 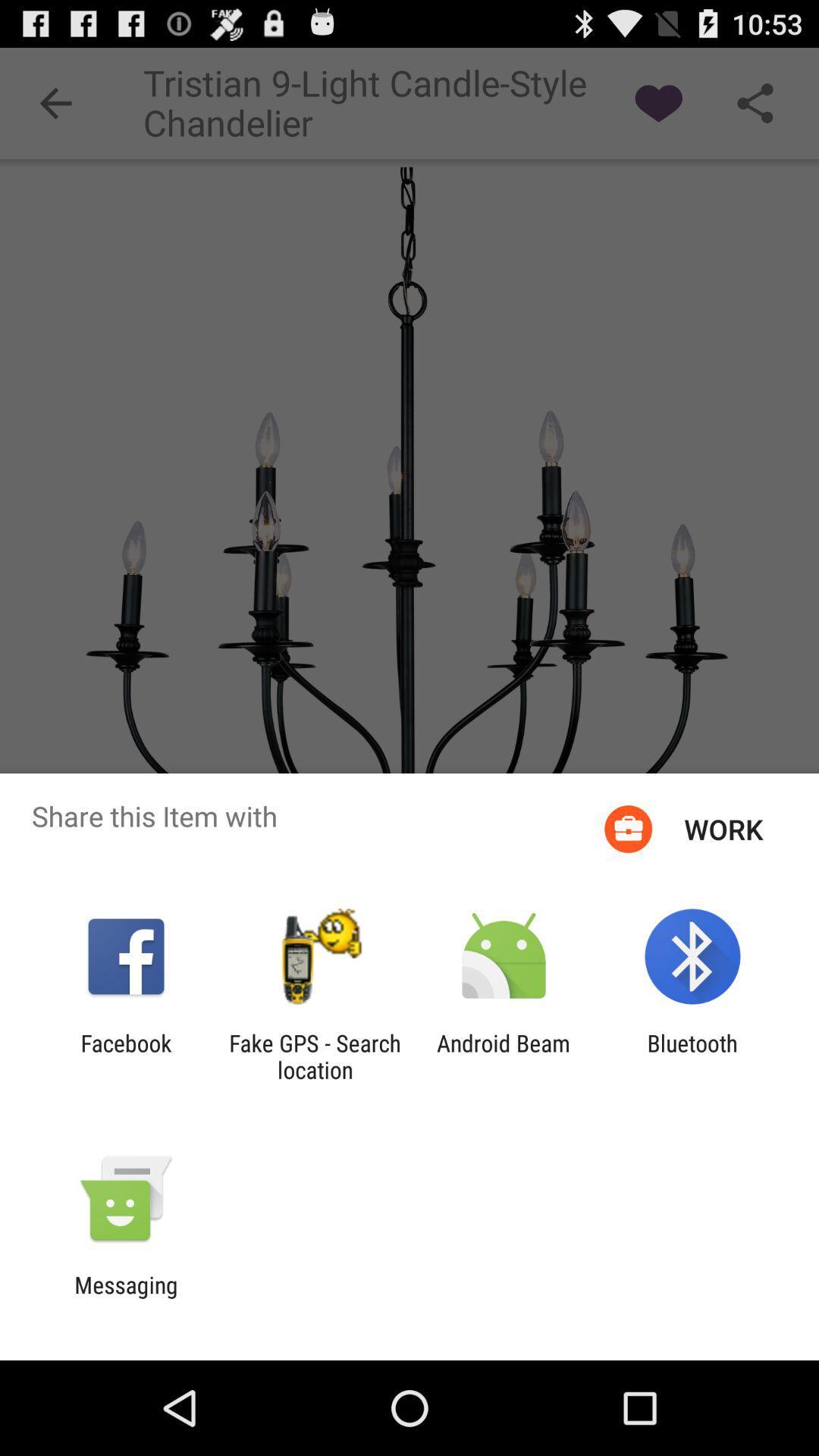 I want to click on the facebook app, so click(x=125, y=1056).